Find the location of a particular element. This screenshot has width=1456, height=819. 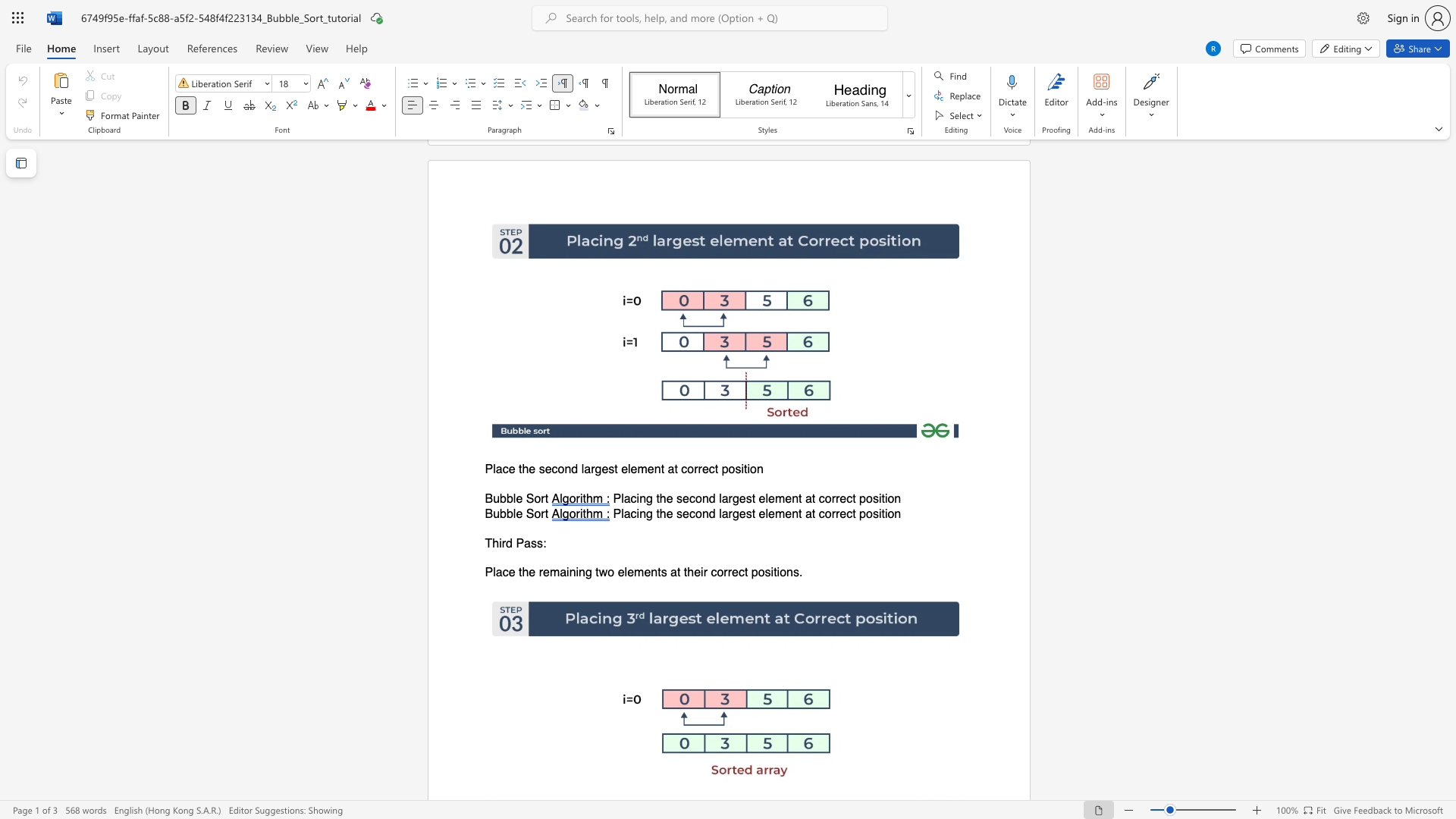

the subset text "correct posi" within the text "Placing the second largest element at correct position" is located at coordinates (817, 499).